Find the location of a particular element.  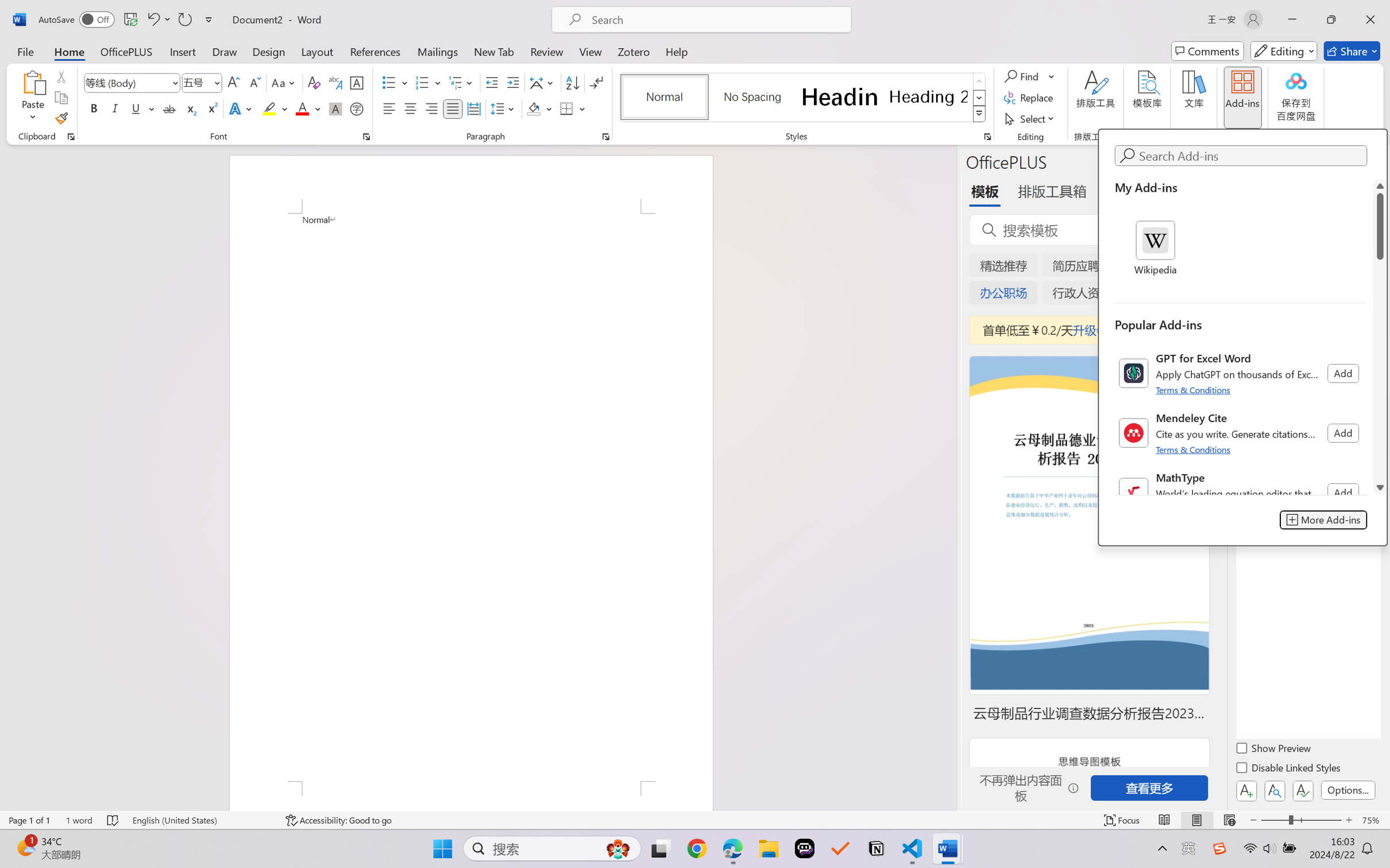

'Increase Indent' is located at coordinates (512, 83).